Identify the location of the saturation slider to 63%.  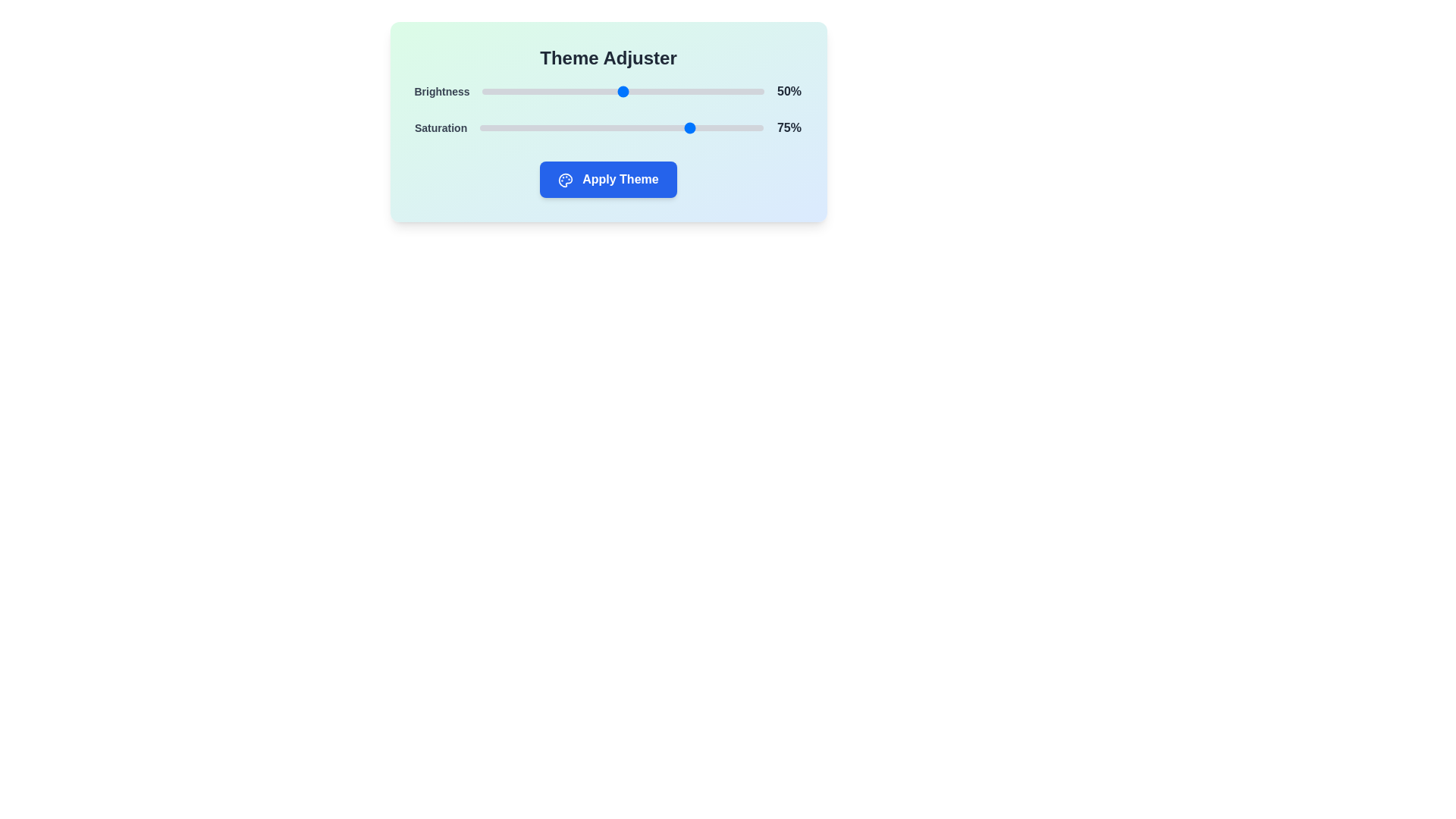
(658, 127).